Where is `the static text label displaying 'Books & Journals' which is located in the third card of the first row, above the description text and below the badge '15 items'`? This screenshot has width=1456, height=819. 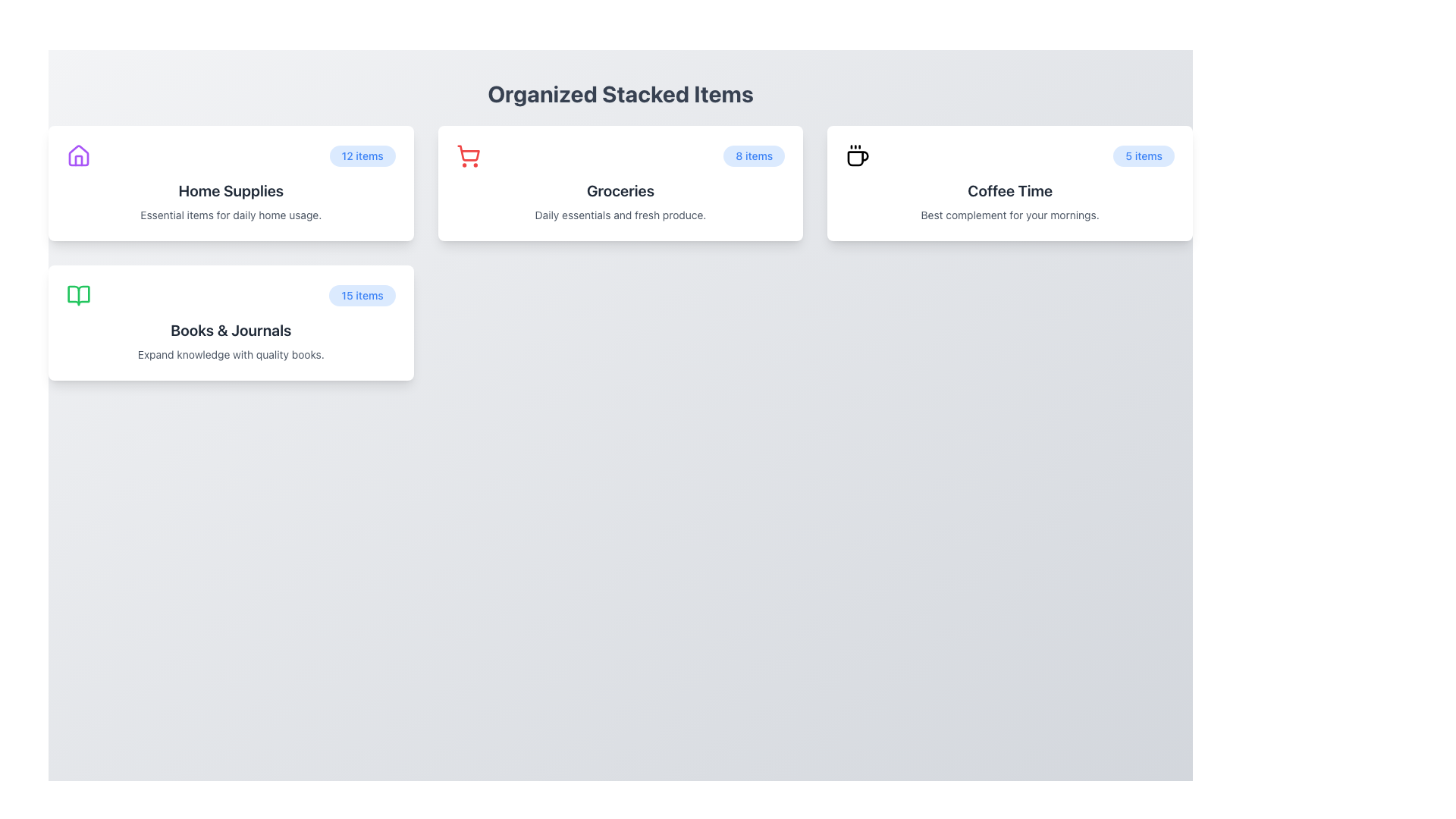 the static text label displaying 'Books & Journals' which is located in the third card of the first row, above the description text and below the badge '15 items' is located at coordinates (230, 329).